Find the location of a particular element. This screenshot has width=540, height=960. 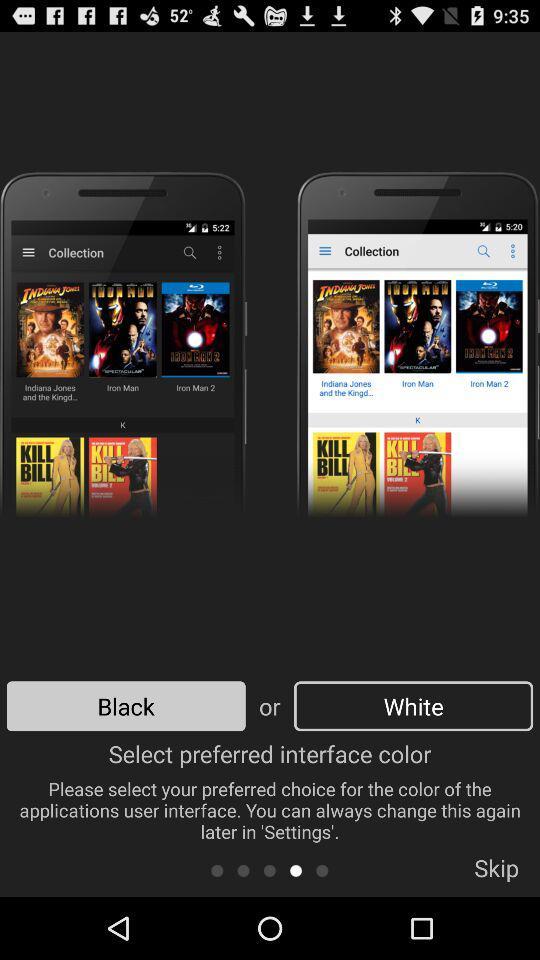

skip is located at coordinates (495, 873).